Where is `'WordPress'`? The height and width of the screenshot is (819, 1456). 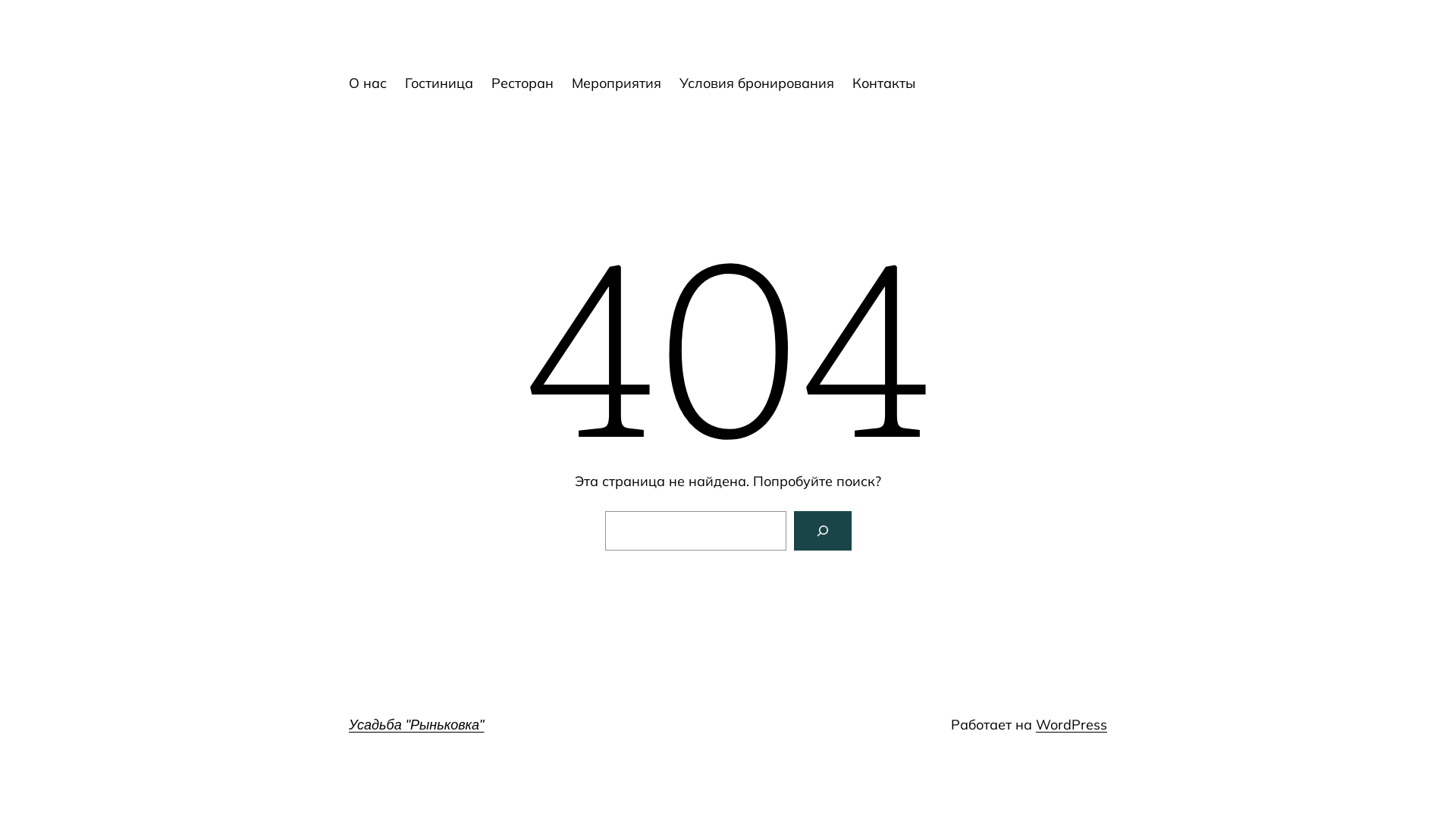
'WordPress' is located at coordinates (1070, 723).